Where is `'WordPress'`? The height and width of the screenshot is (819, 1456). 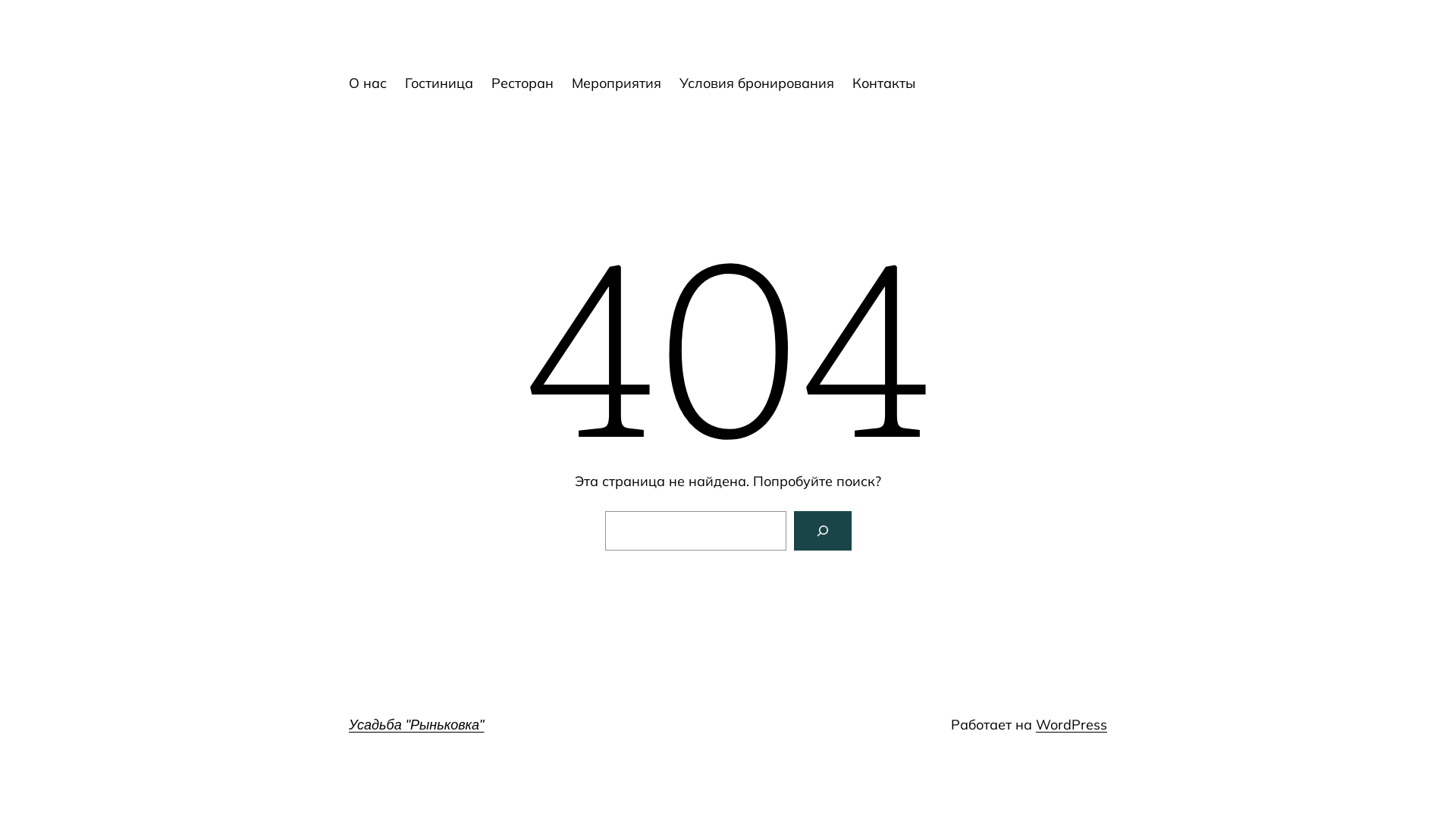
'WordPress' is located at coordinates (1070, 723).